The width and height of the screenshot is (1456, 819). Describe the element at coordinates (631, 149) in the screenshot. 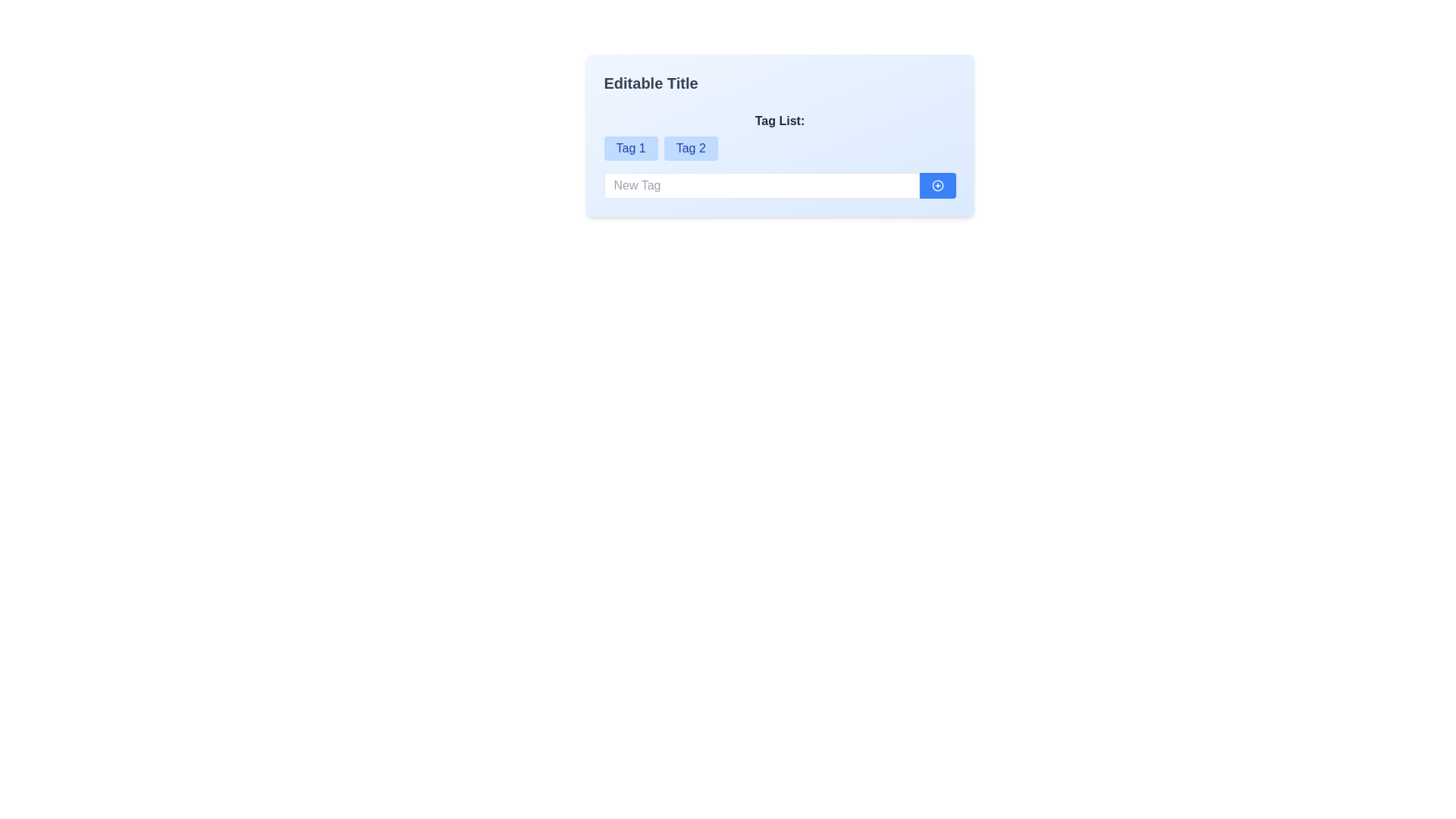

I see `the 'Tag 1' label, which is the first tag in the 'Tag List' section within the 'Editable Title' panel` at that location.